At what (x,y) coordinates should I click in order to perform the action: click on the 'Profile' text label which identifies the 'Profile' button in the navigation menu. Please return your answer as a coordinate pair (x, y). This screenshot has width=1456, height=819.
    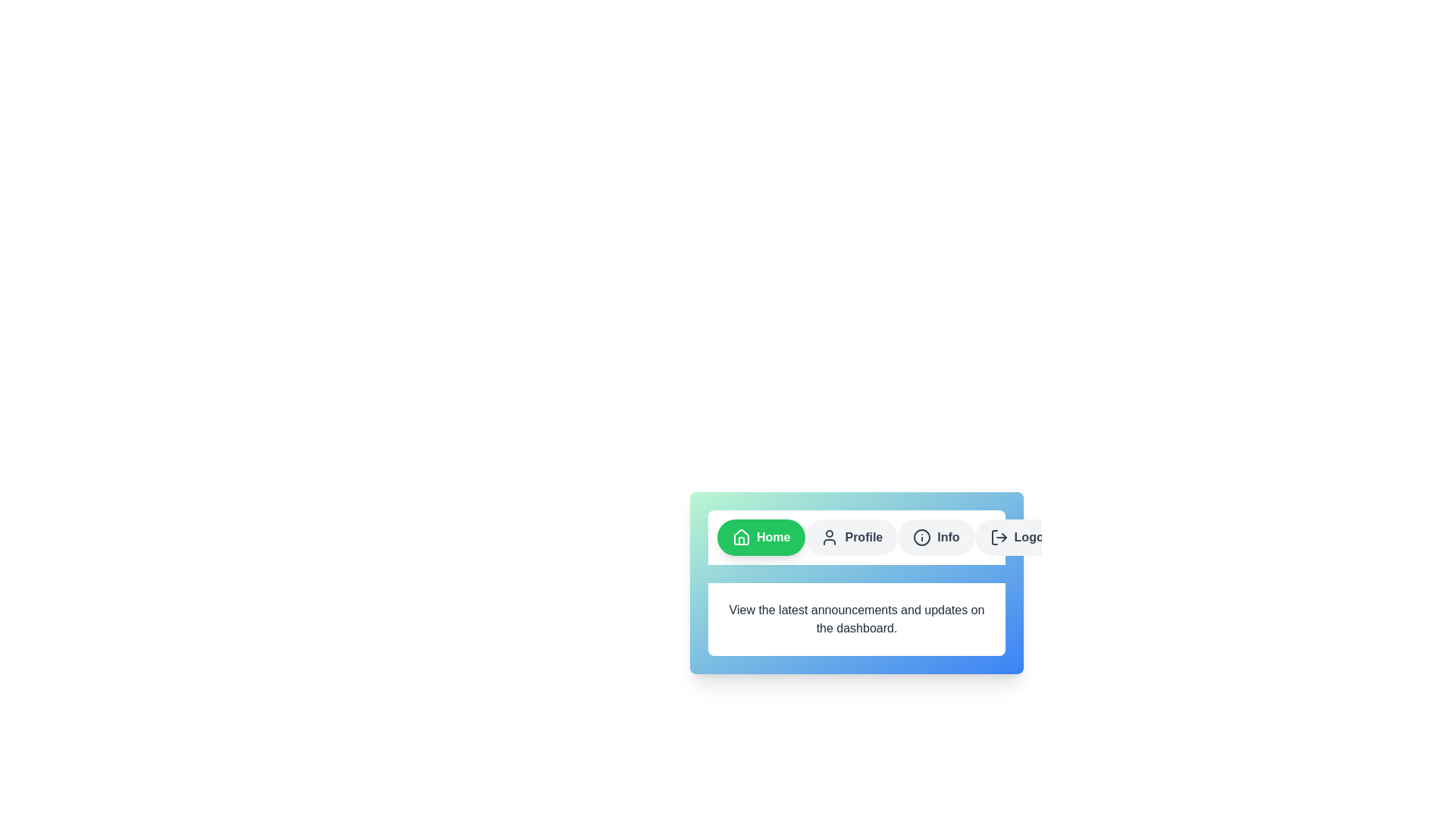
    Looking at the image, I should click on (863, 537).